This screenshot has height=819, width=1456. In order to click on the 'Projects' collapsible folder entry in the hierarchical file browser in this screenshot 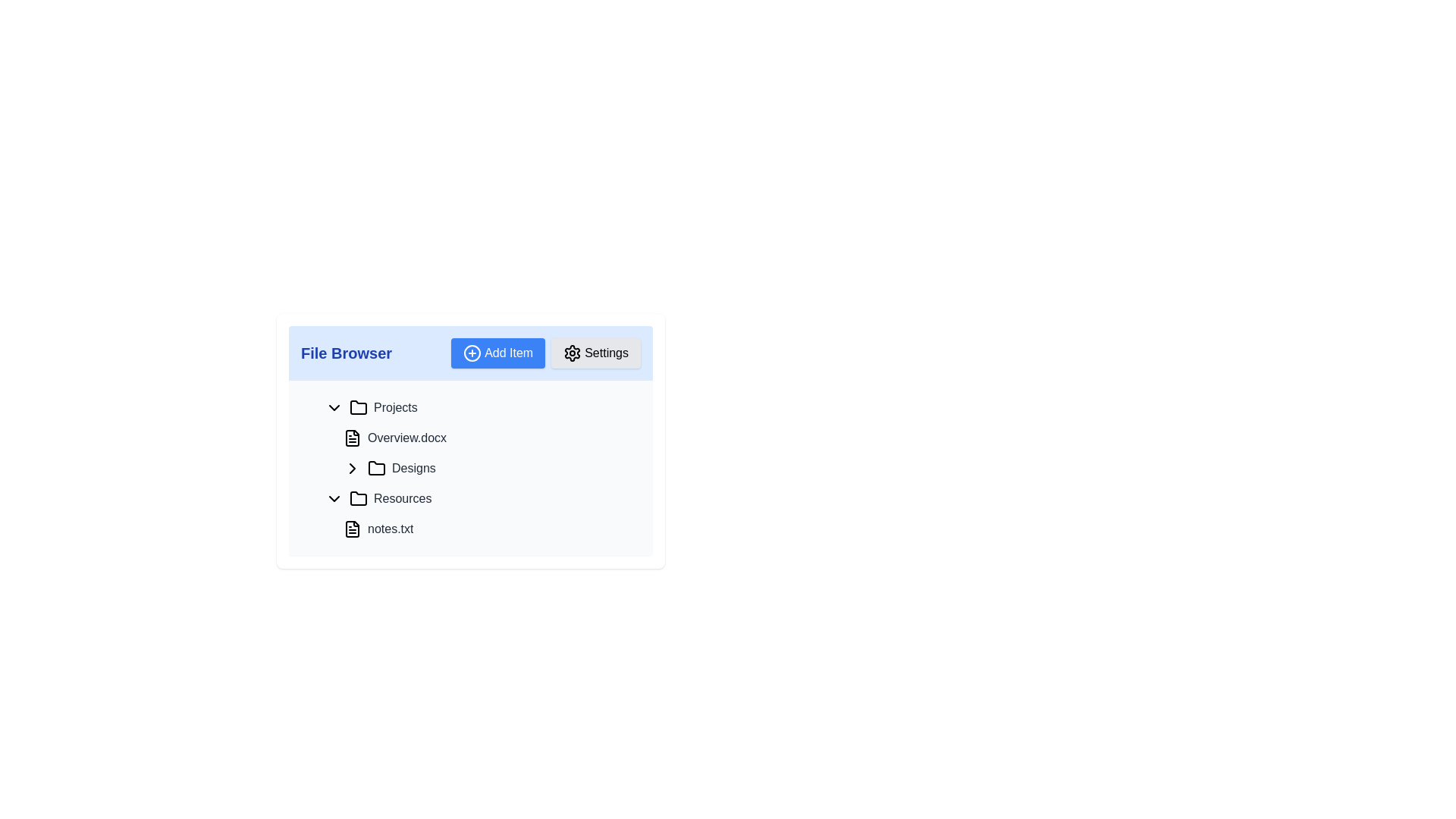, I will do `click(479, 406)`.